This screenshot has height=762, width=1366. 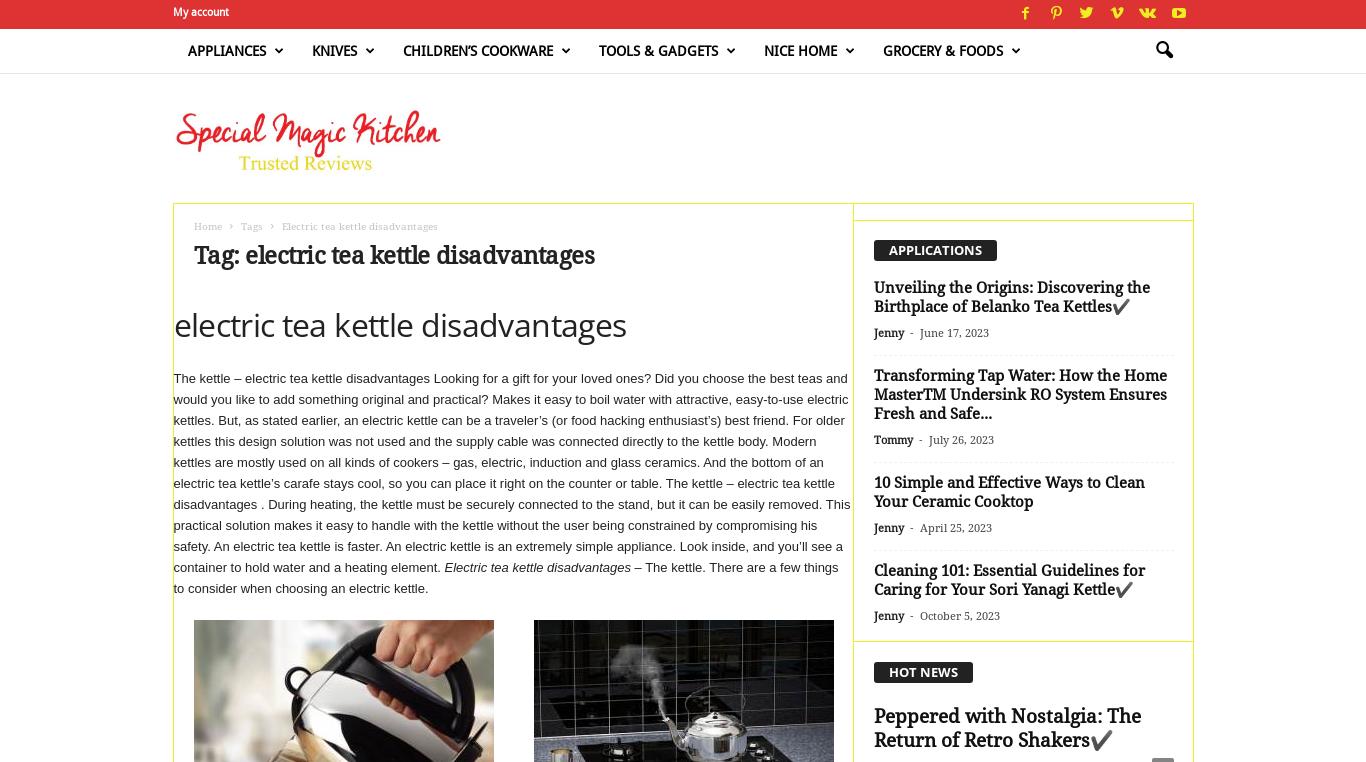 What do you see at coordinates (1008, 492) in the screenshot?
I see `'10 Simple and Effective Ways to Clean Your Ceramic Cooktop'` at bounding box center [1008, 492].